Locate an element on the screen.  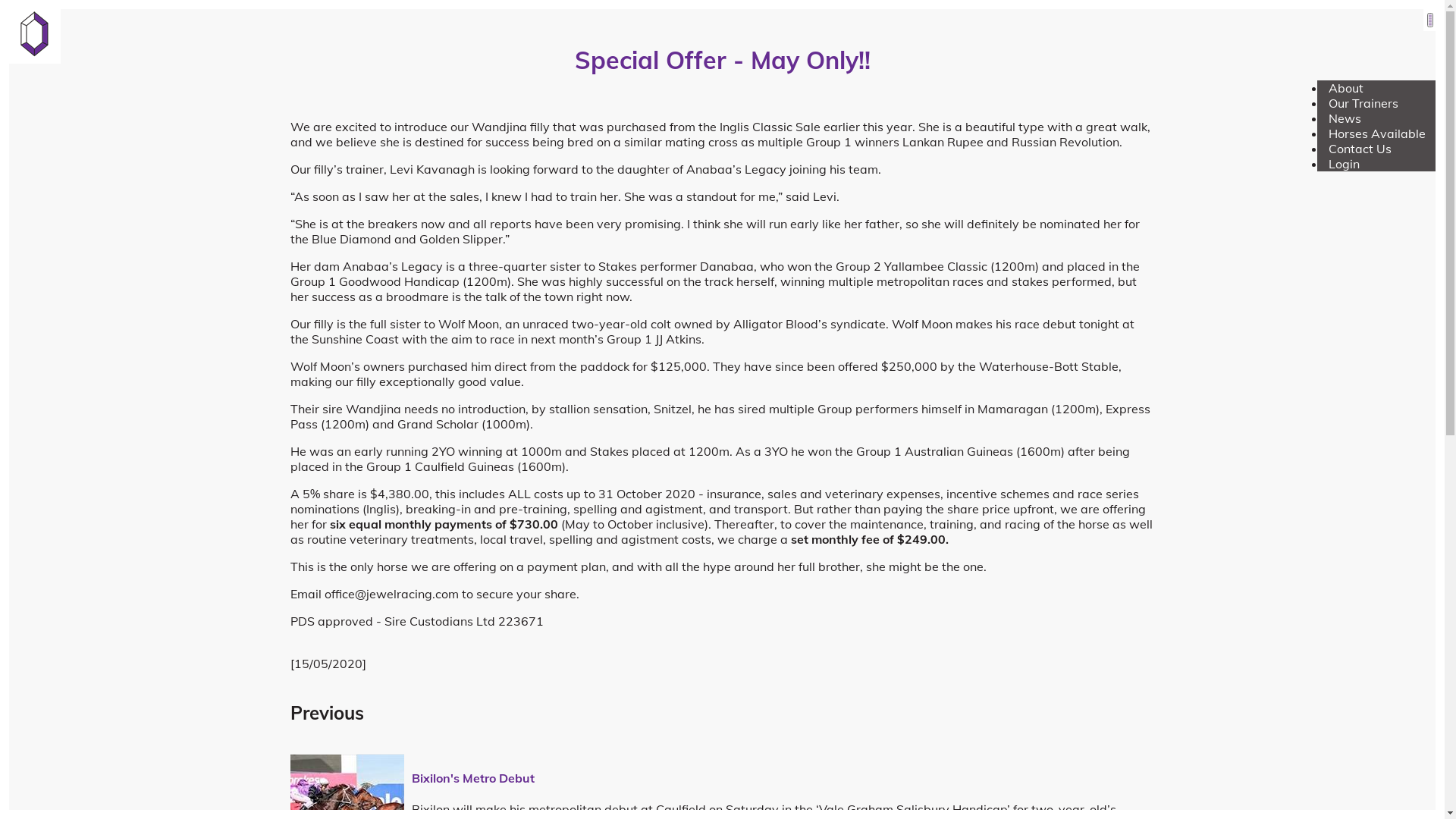
' ' is located at coordinates (1429, 20).